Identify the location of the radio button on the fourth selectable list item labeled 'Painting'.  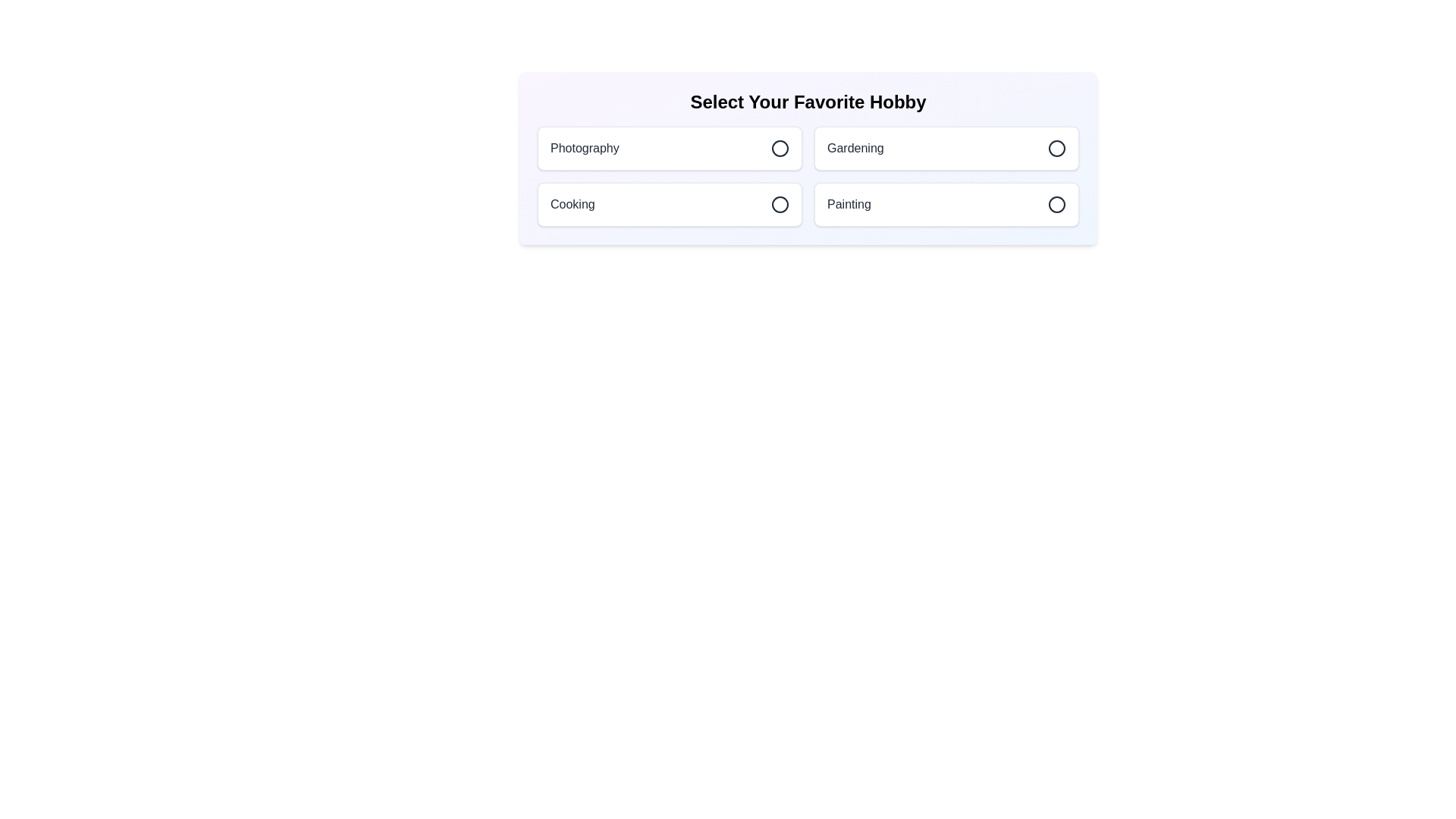
(946, 205).